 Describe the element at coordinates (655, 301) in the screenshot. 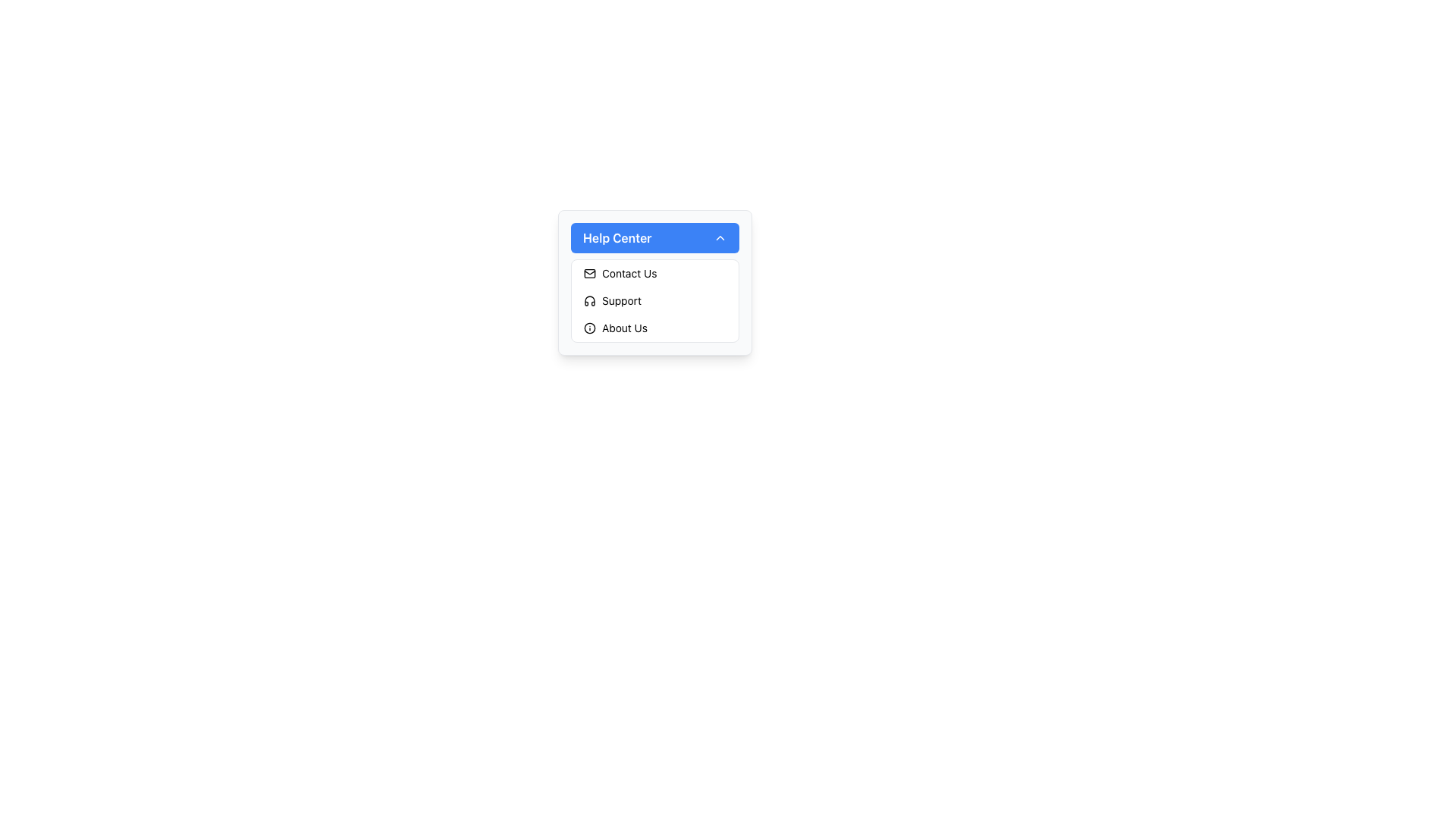

I see `the 'Support' option in the List Component, which is styled with a white background and contains three vertically arranged options` at that location.